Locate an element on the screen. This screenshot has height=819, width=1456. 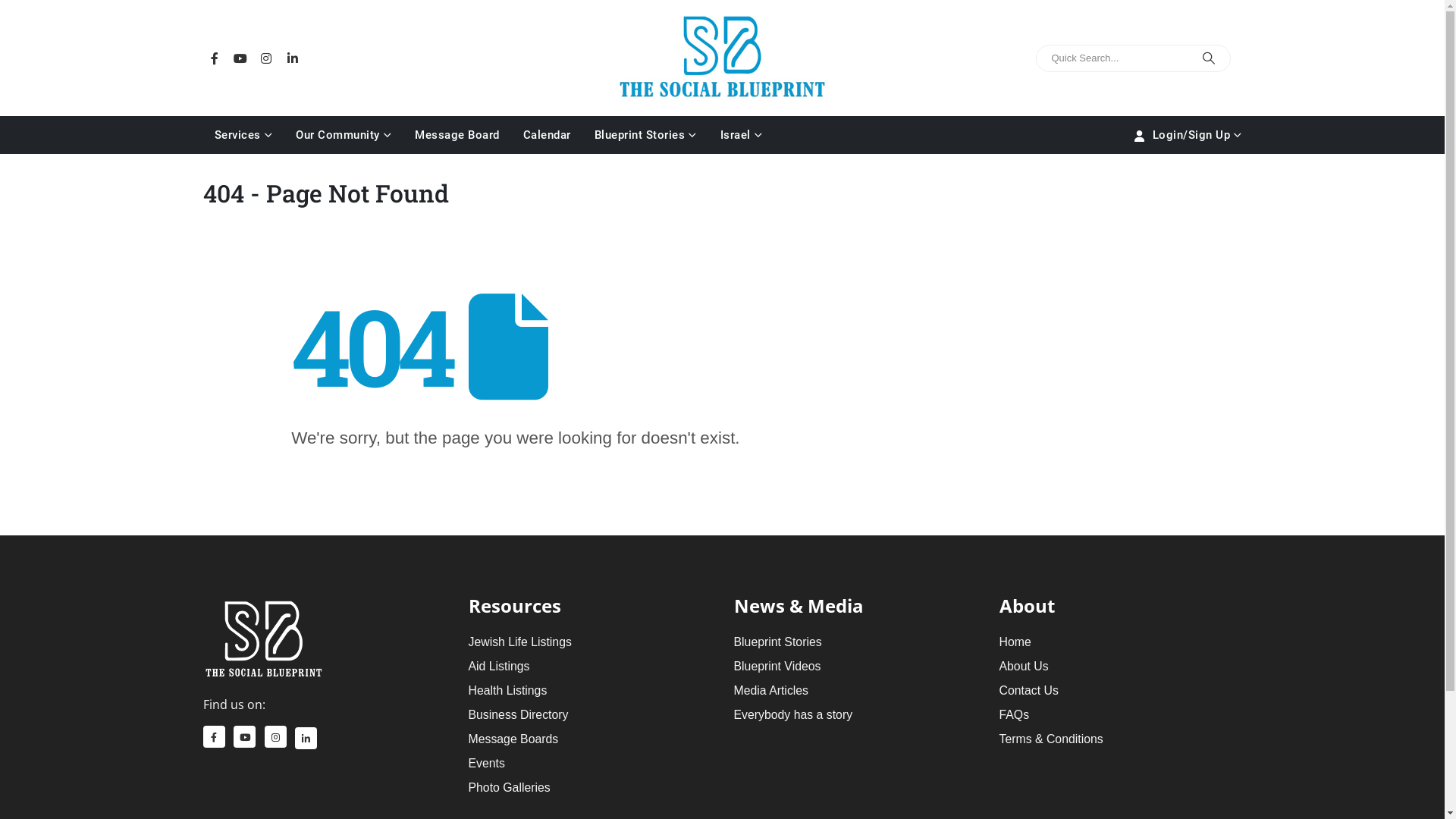
'Search' is located at coordinates (1207, 58).